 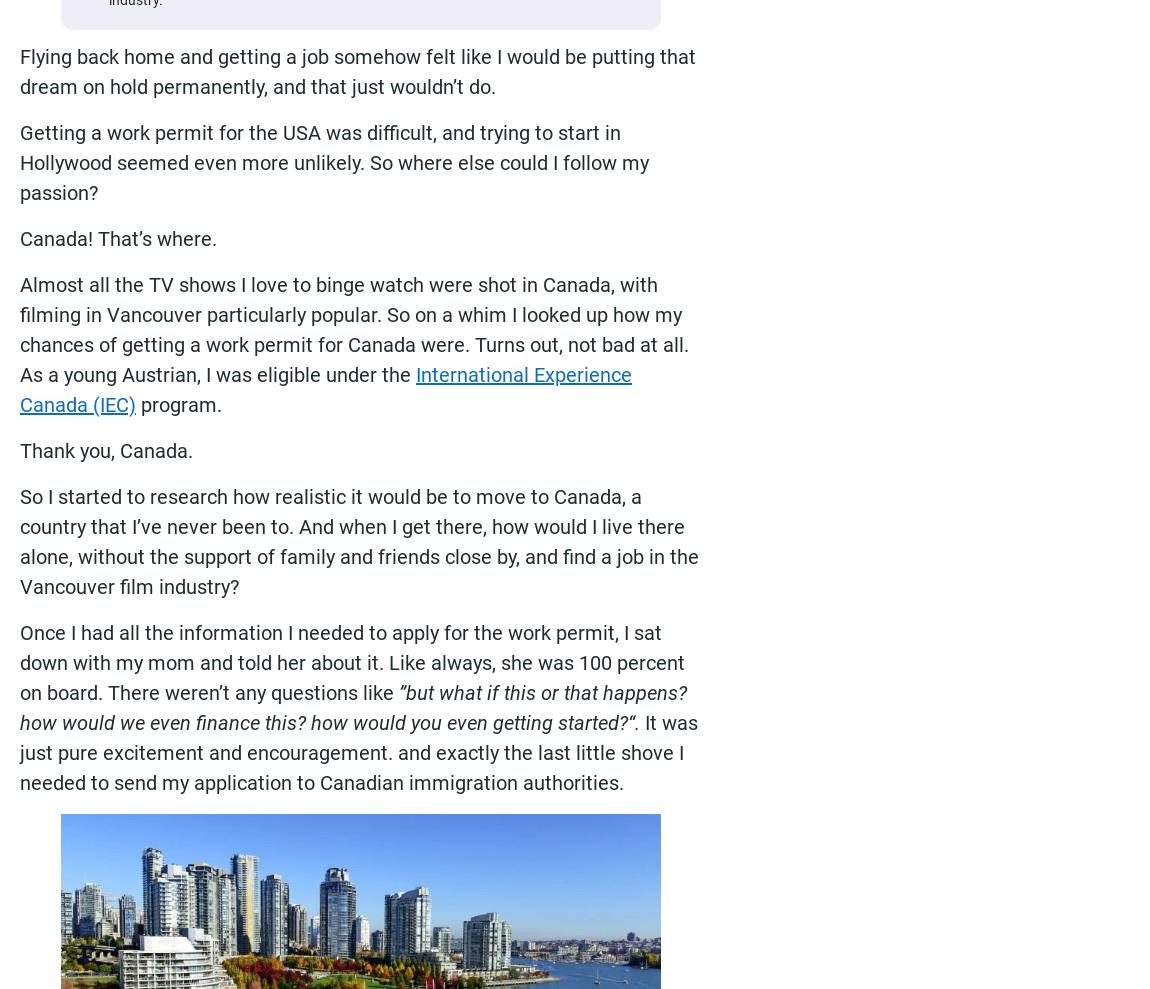 I want to click on 'Healthcare', so click(x=991, y=954).